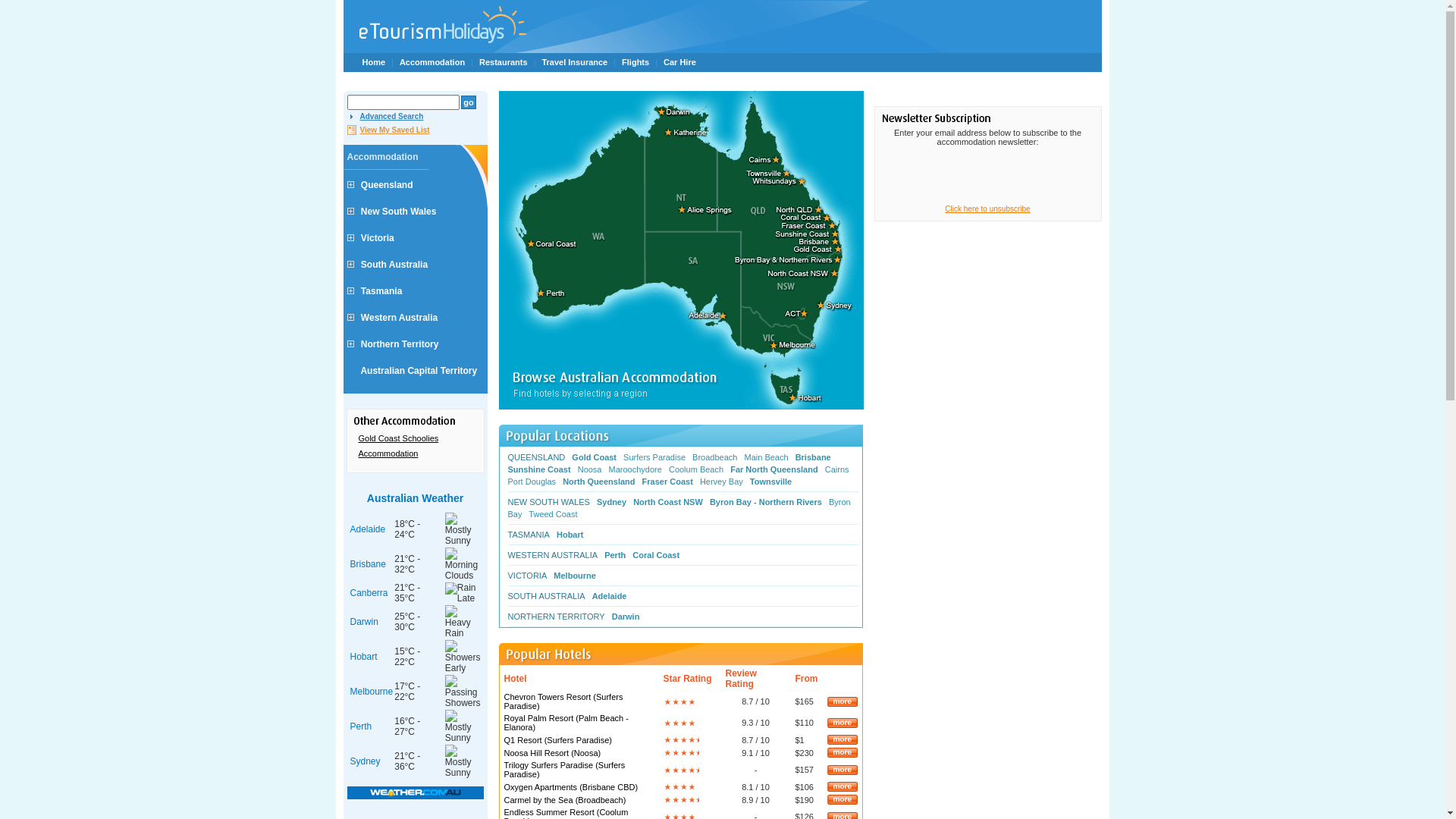  Describe the element at coordinates (795, 456) in the screenshot. I see `'Brisbane'` at that location.